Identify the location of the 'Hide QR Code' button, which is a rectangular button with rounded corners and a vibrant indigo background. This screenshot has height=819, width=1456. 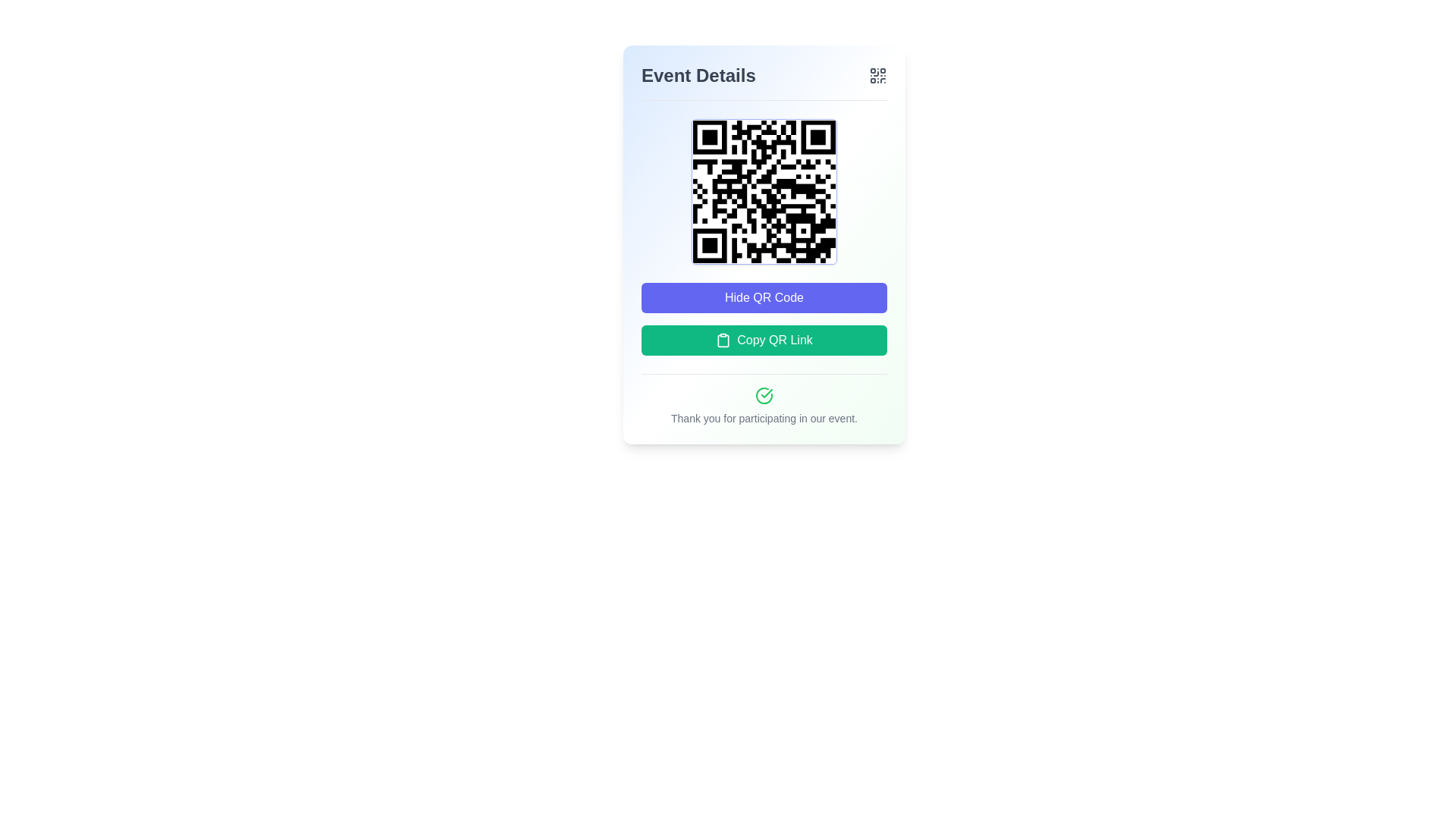
(764, 298).